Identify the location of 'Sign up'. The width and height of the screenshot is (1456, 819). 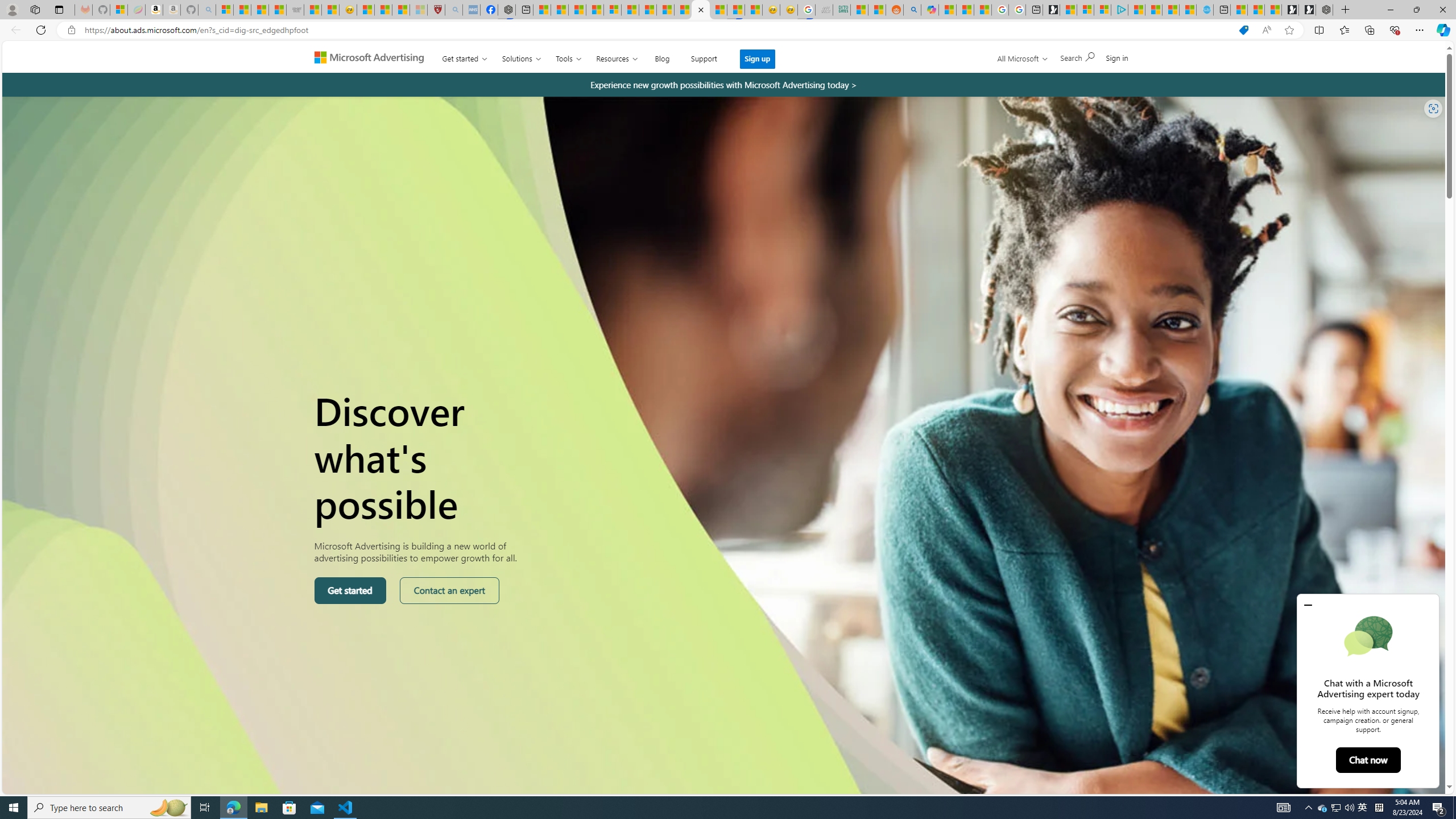
(758, 59).